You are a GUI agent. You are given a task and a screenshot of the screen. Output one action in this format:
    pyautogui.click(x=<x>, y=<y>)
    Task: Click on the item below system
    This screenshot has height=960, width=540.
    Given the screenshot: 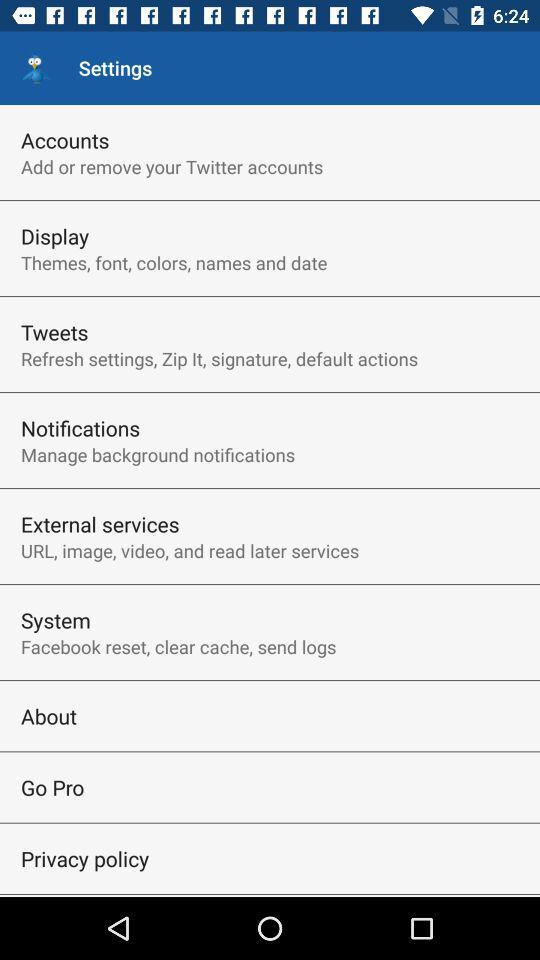 What is the action you would take?
    pyautogui.click(x=178, y=645)
    